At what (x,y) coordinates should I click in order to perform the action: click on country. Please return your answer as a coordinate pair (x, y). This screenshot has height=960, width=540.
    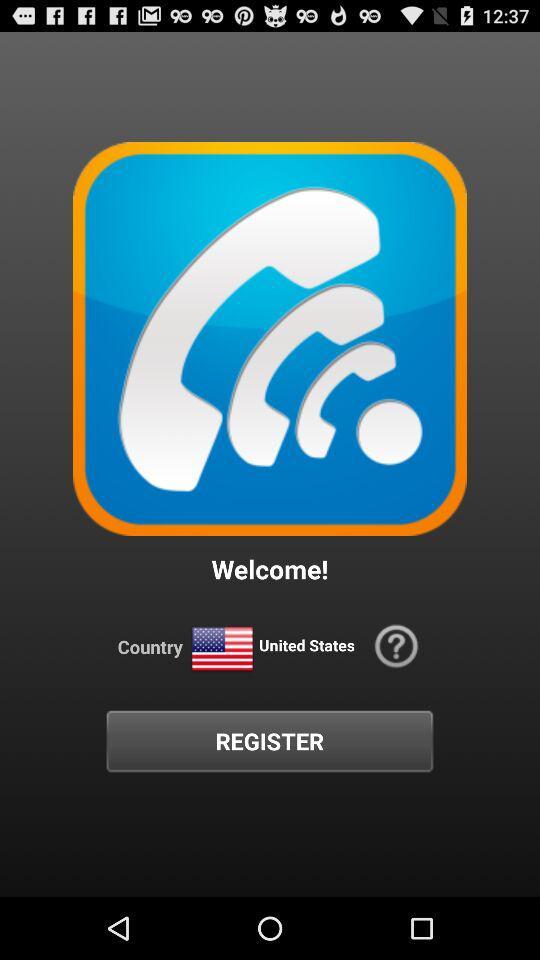
    Looking at the image, I should click on (221, 648).